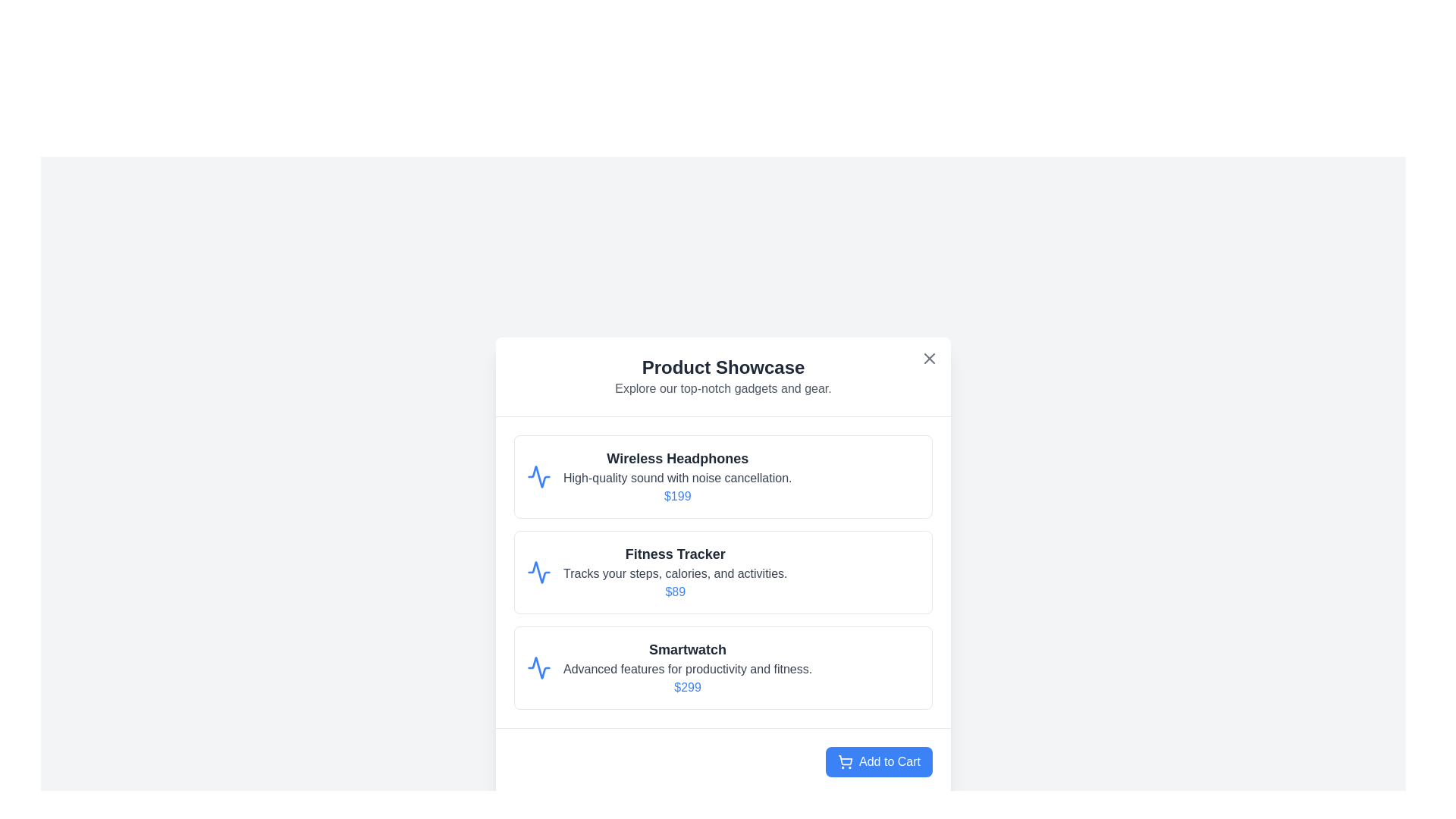  What do you see at coordinates (538, 667) in the screenshot?
I see `the visual representation of the 'Smartwatch' icon, which is the third icon in a vertical list within the product showcase dialog` at bounding box center [538, 667].